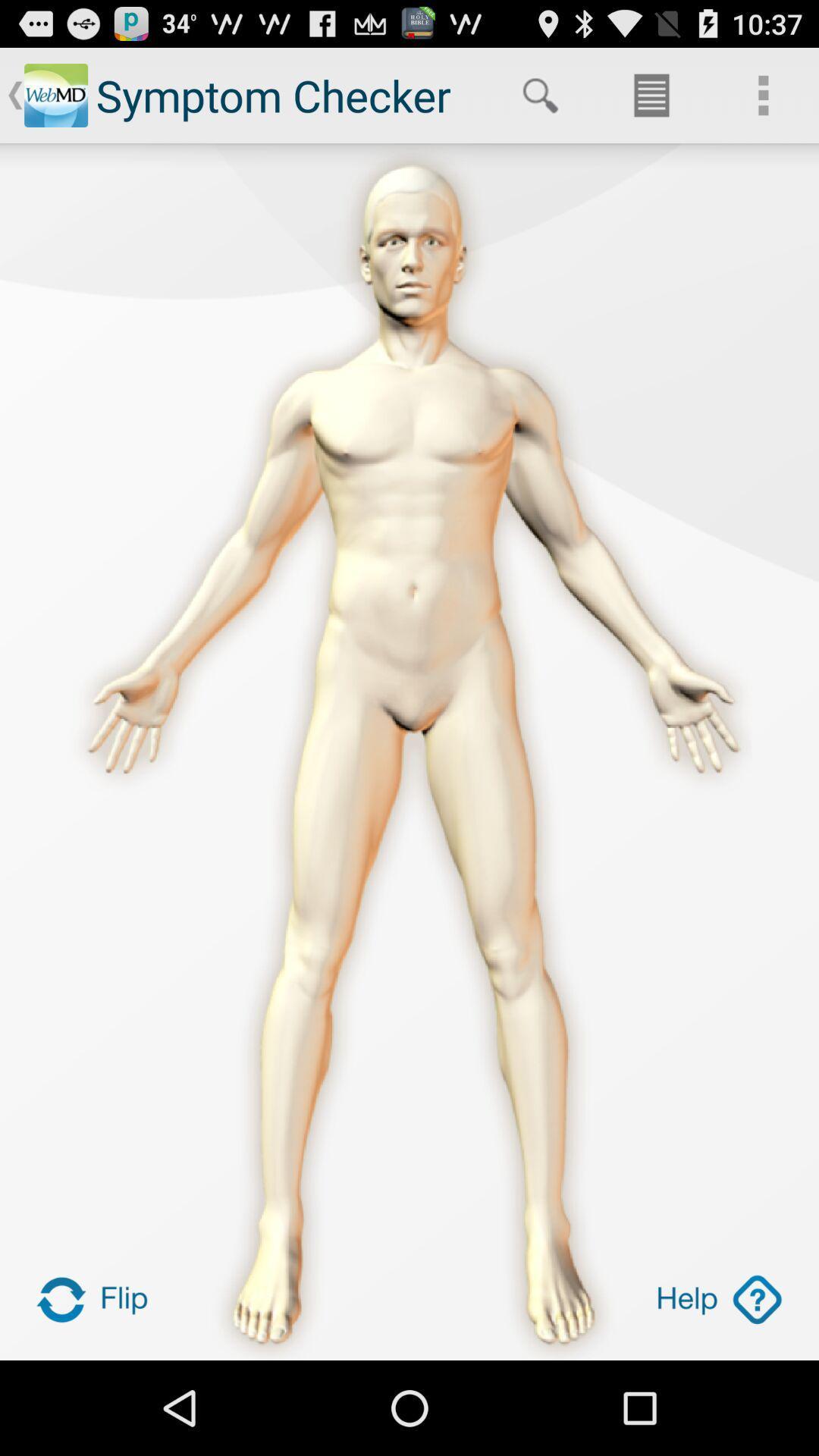 Image resolution: width=819 pixels, height=1456 pixels. What do you see at coordinates (718, 1298) in the screenshot?
I see `help button` at bounding box center [718, 1298].